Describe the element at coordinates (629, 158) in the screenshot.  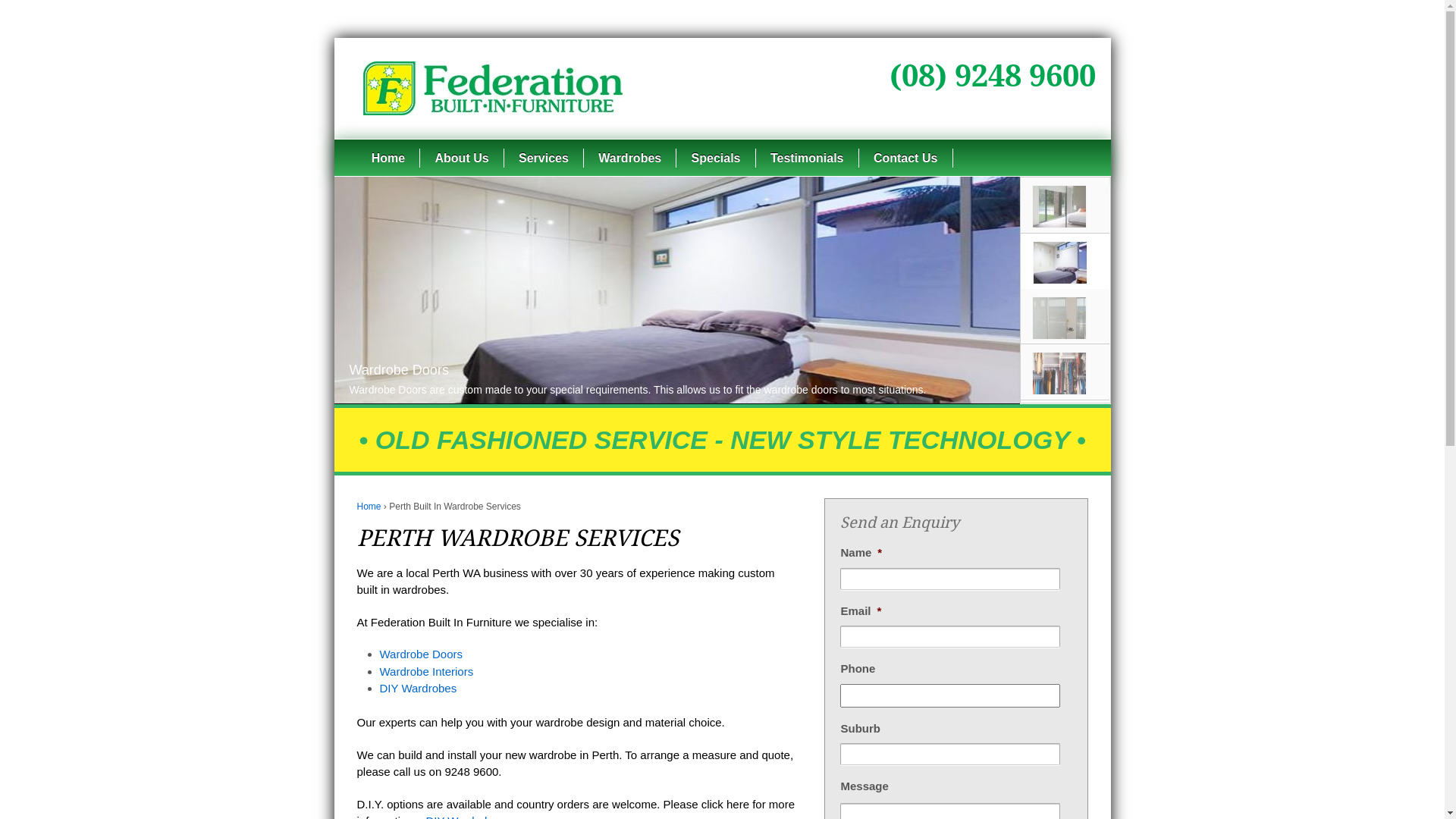
I see `'Wardrobes'` at that location.